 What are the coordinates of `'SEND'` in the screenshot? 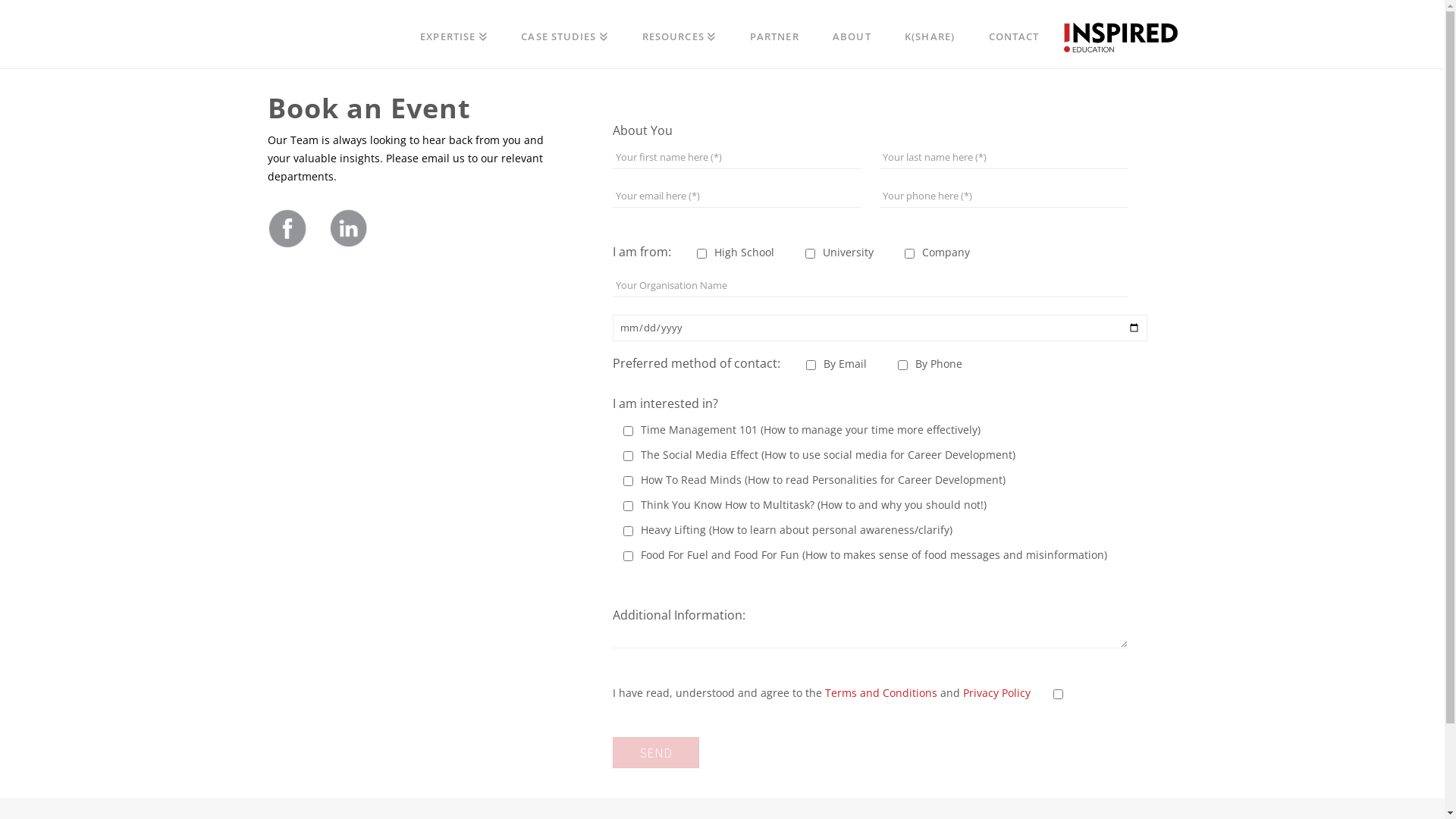 It's located at (655, 752).